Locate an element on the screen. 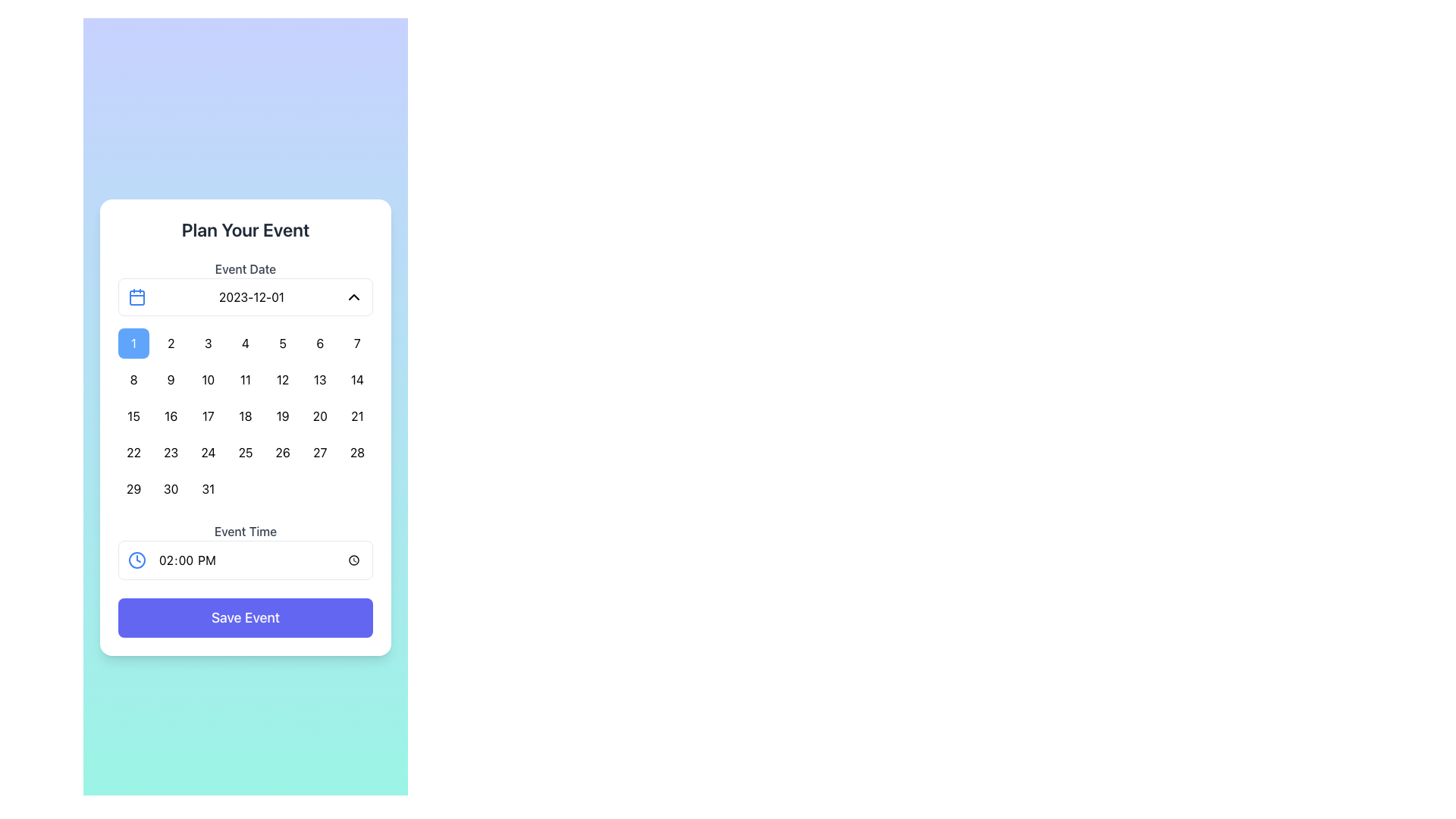 This screenshot has width=1456, height=819. the button for selecting the day '8' in the date picker, located in the second row and first column of the calendar interface is located at coordinates (133, 379).